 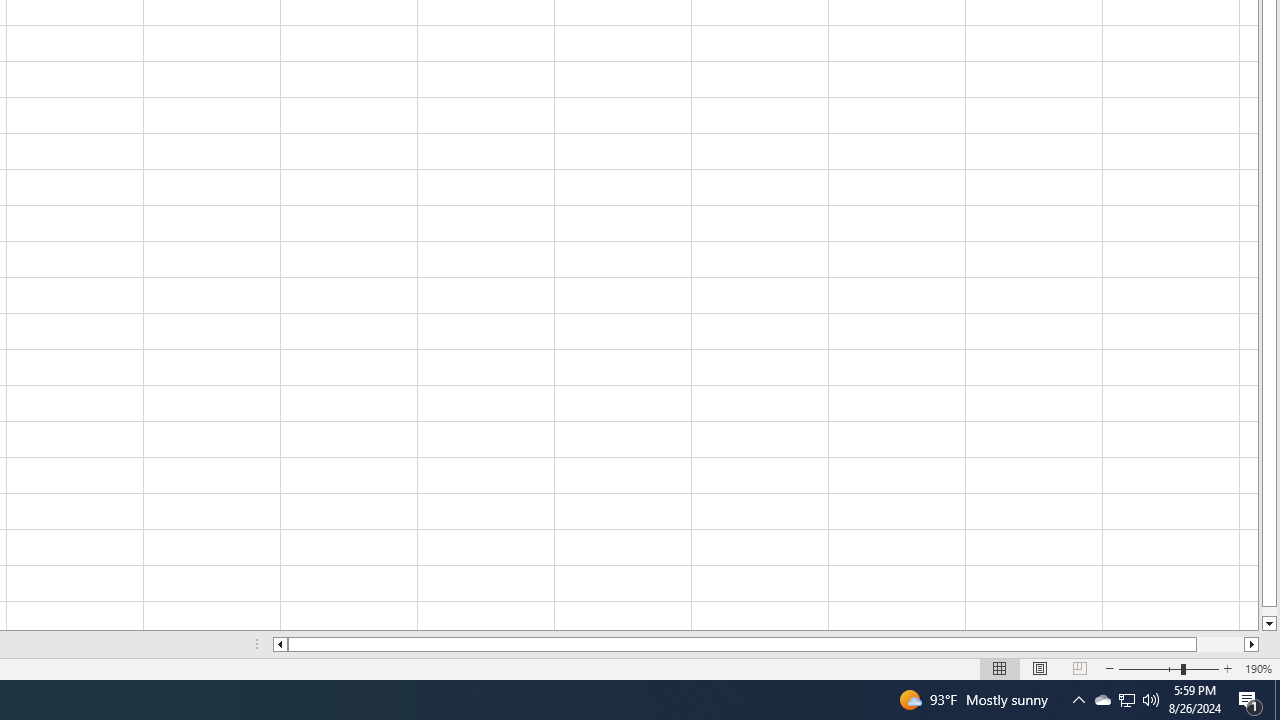 I want to click on 'Zoom Out', so click(x=1150, y=669).